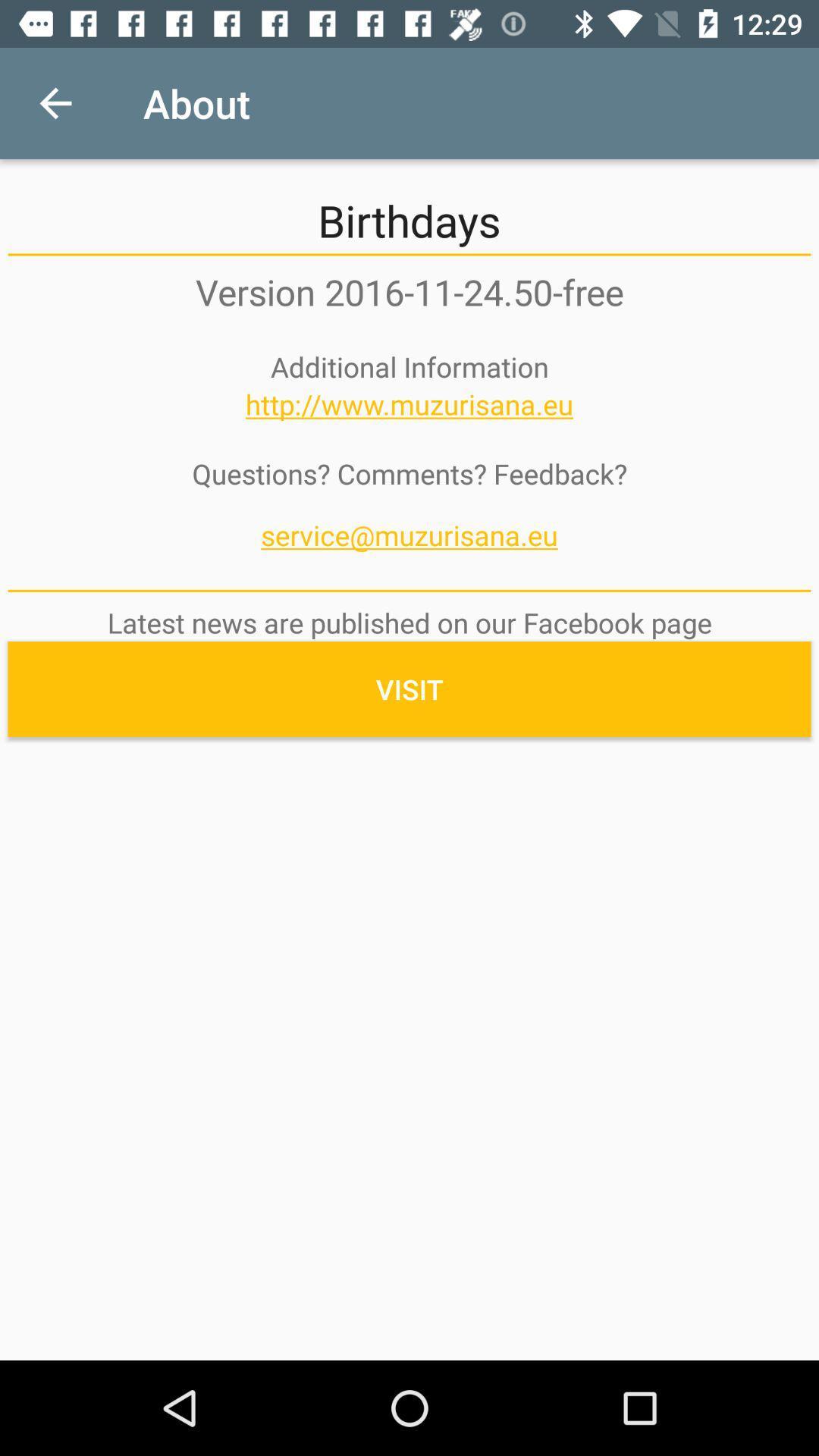 This screenshot has width=819, height=1456. Describe the element at coordinates (409, 688) in the screenshot. I see `the icon below the latest news are` at that location.